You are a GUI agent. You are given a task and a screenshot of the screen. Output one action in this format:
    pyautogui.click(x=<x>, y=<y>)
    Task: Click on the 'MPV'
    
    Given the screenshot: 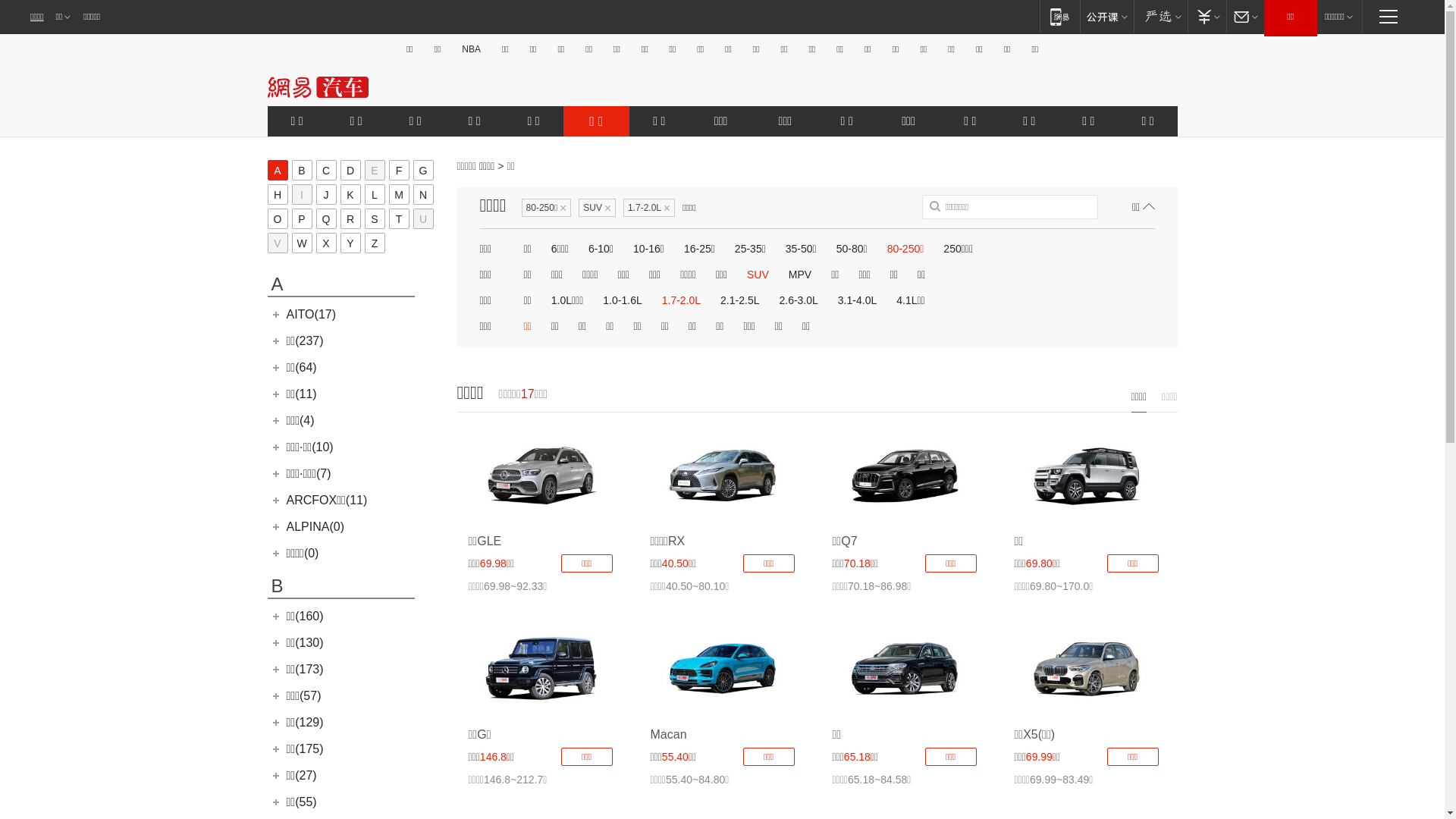 What is the action you would take?
    pyautogui.click(x=786, y=275)
    